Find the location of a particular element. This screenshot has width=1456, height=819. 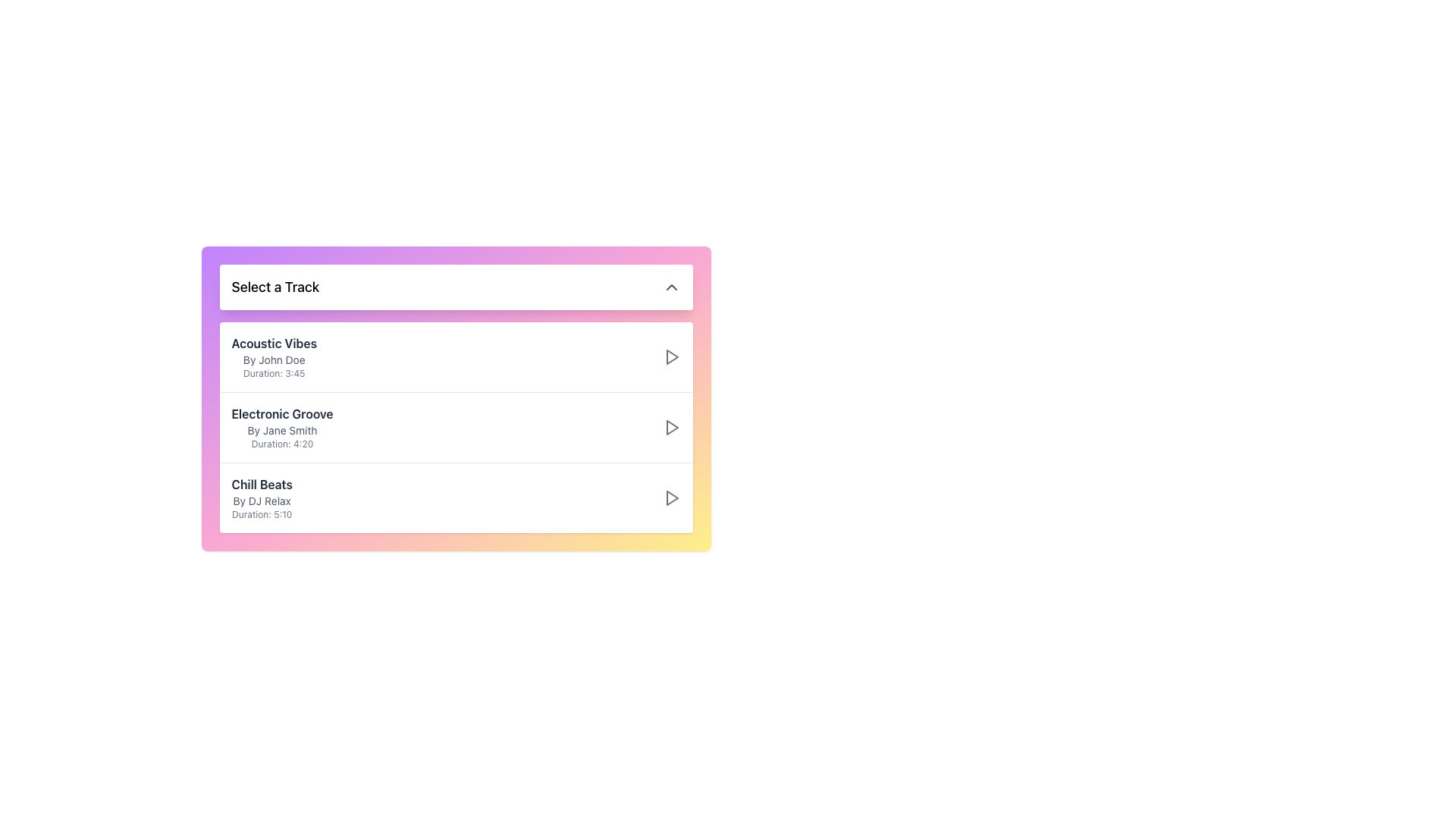

the play button located to the far right of the 'Electronic Groove' list entry to play the associated audio track is located at coordinates (670, 427).